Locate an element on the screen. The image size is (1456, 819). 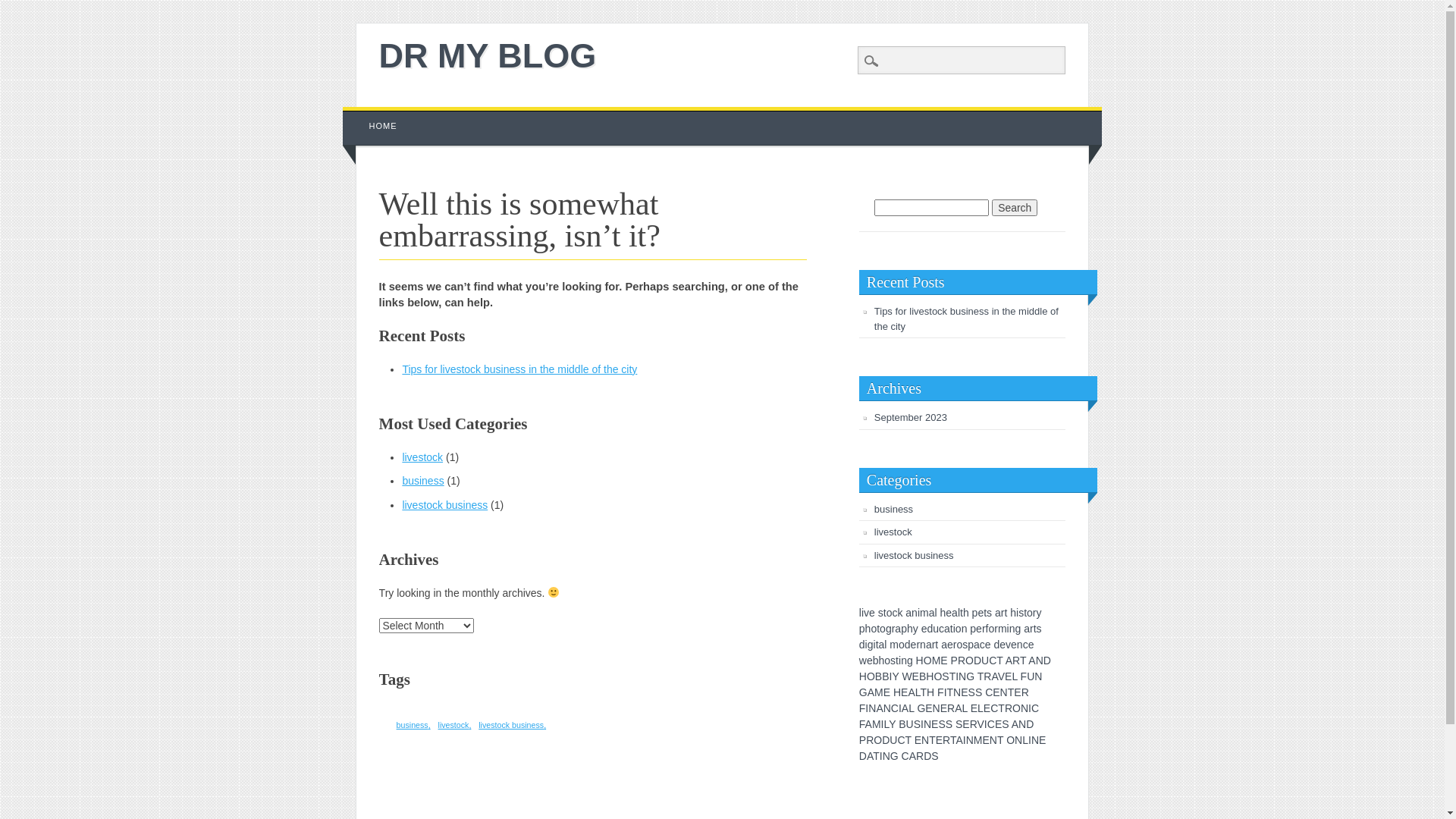
'H' is located at coordinates (919, 660).